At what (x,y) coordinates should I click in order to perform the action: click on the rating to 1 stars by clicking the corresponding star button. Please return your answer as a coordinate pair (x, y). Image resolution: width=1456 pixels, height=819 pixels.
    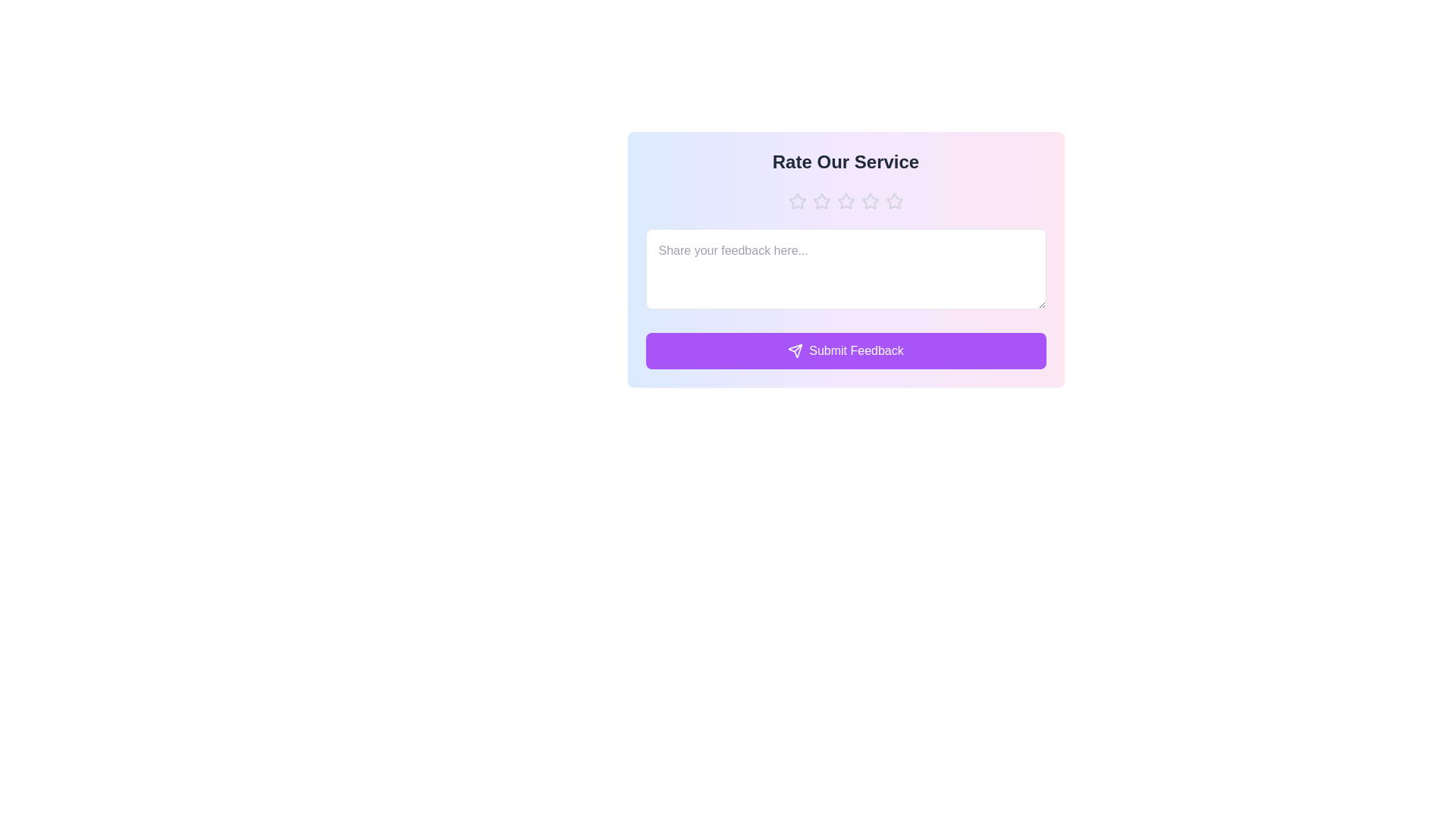
    Looking at the image, I should click on (796, 201).